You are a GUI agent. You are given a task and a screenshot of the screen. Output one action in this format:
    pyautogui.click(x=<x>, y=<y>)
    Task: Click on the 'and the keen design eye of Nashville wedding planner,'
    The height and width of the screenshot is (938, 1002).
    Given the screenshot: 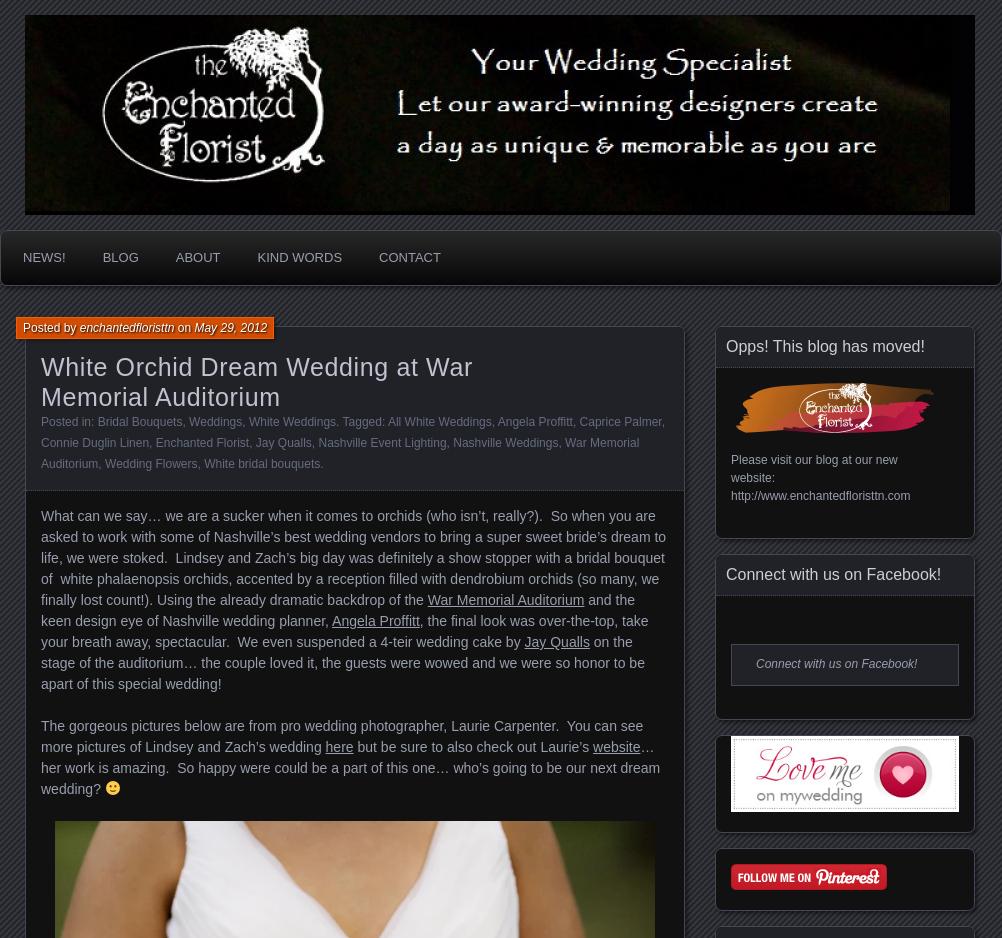 What is the action you would take?
    pyautogui.click(x=337, y=610)
    